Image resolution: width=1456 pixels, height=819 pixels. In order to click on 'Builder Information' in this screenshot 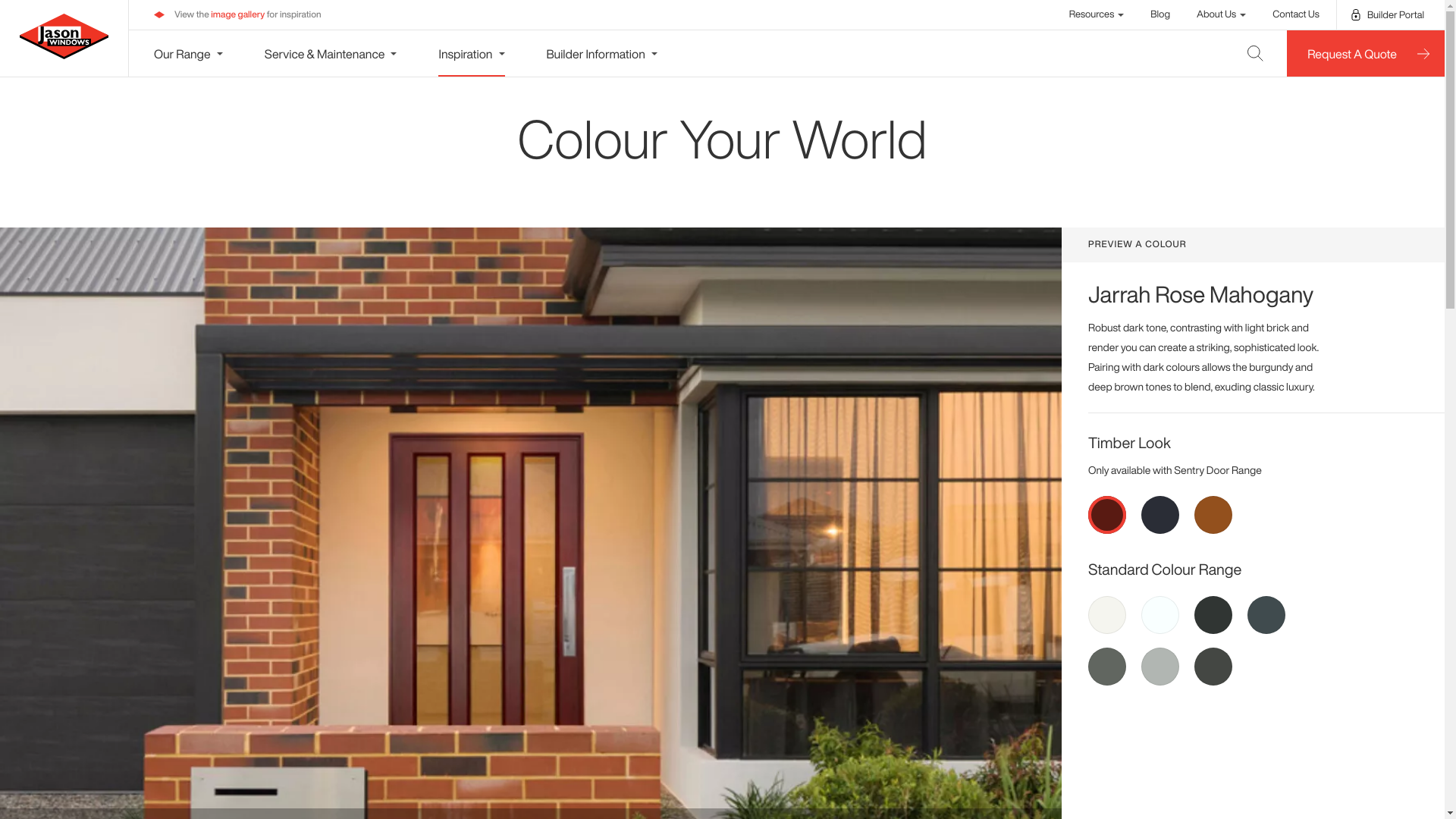, I will do `click(600, 52)`.